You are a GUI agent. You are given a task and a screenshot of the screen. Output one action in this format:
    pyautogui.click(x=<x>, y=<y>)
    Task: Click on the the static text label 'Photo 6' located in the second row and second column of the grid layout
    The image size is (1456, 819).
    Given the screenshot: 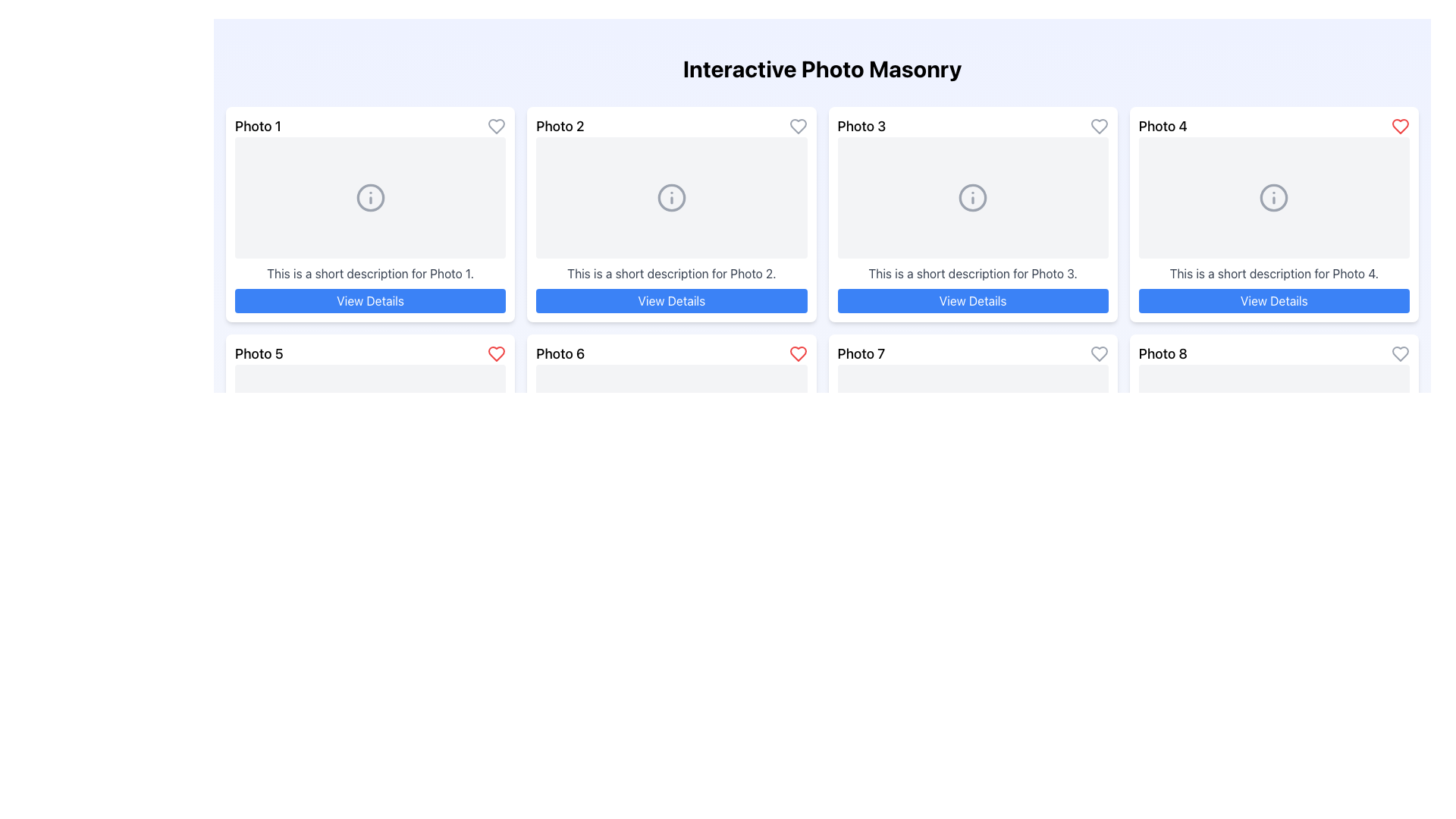 What is the action you would take?
    pyautogui.click(x=560, y=353)
    